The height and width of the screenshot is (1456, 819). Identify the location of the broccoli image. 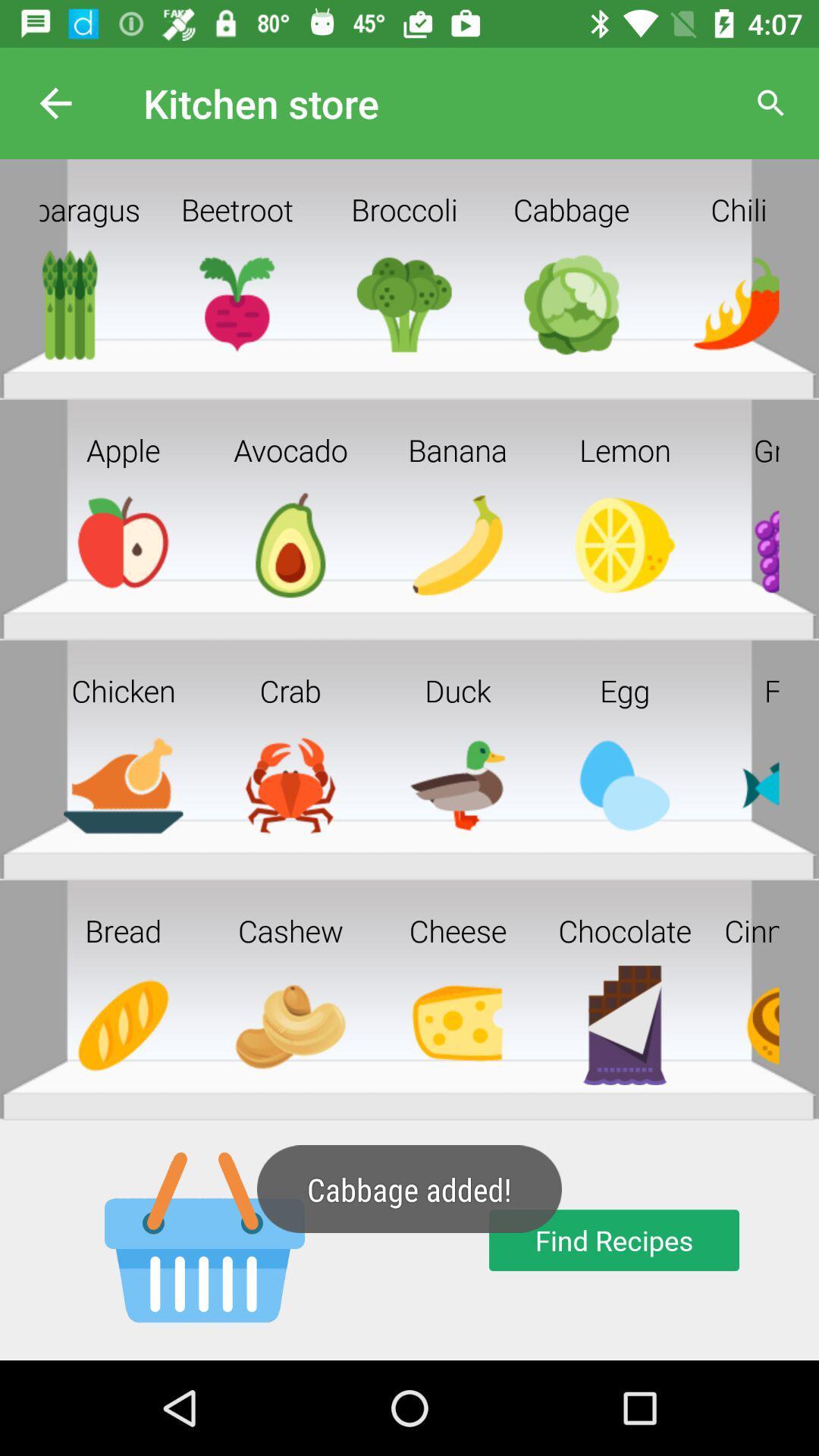
(403, 313).